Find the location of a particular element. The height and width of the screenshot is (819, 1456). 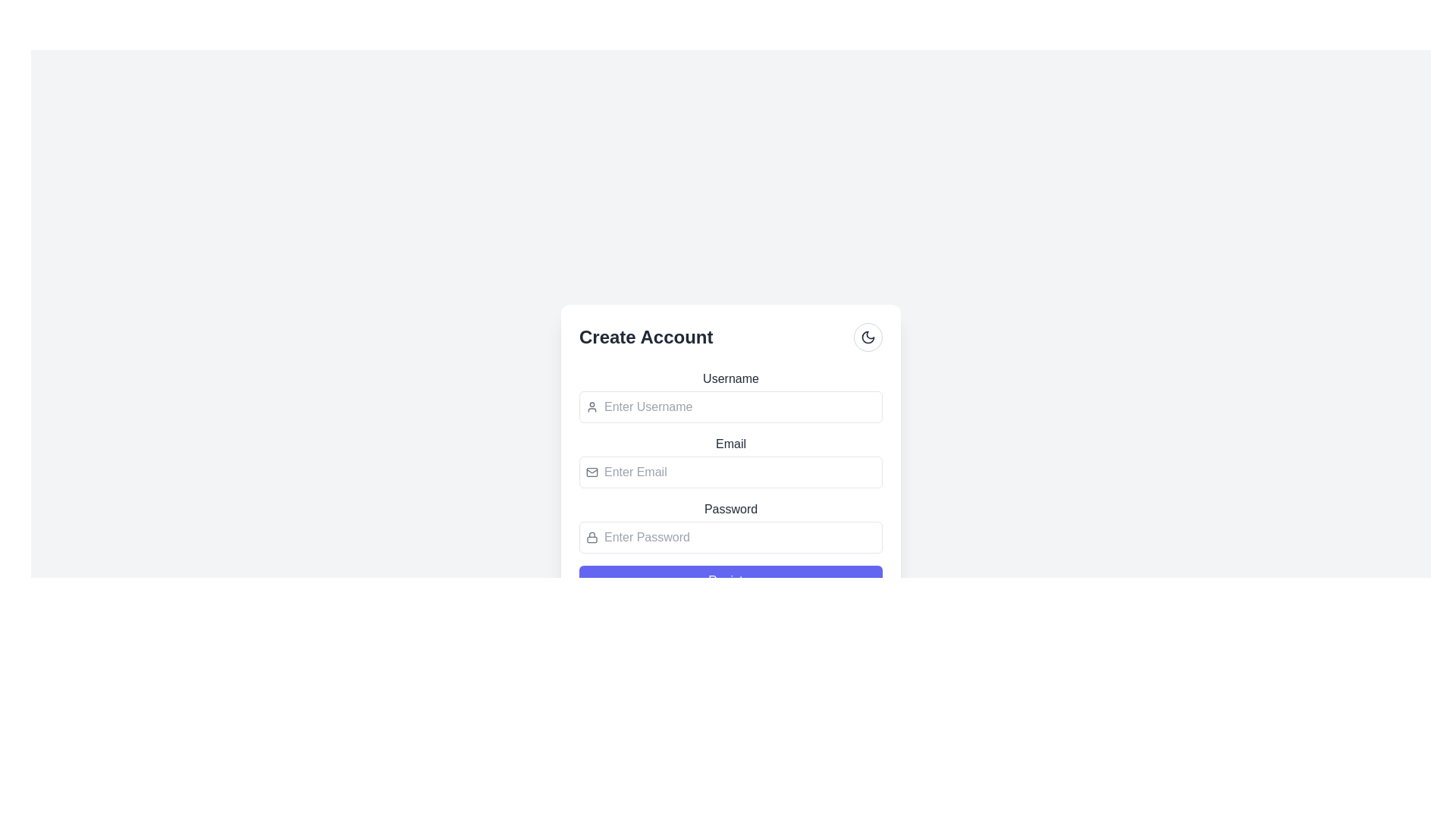

the 'Password' label which provides contextual information for the corresponding input field is located at coordinates (731, 509).